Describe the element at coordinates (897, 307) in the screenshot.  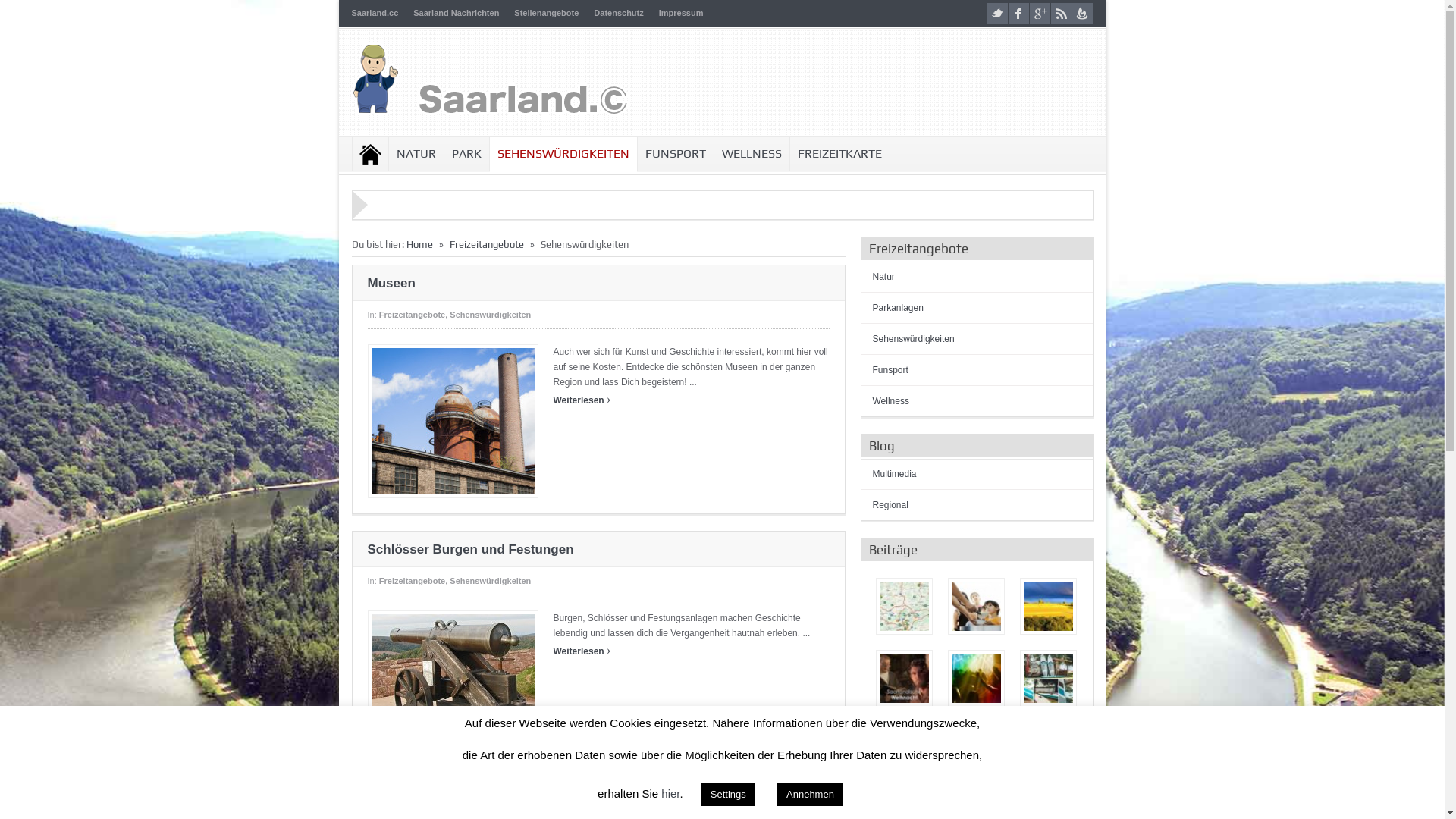
I see `'Parkanlagen'` at that location.